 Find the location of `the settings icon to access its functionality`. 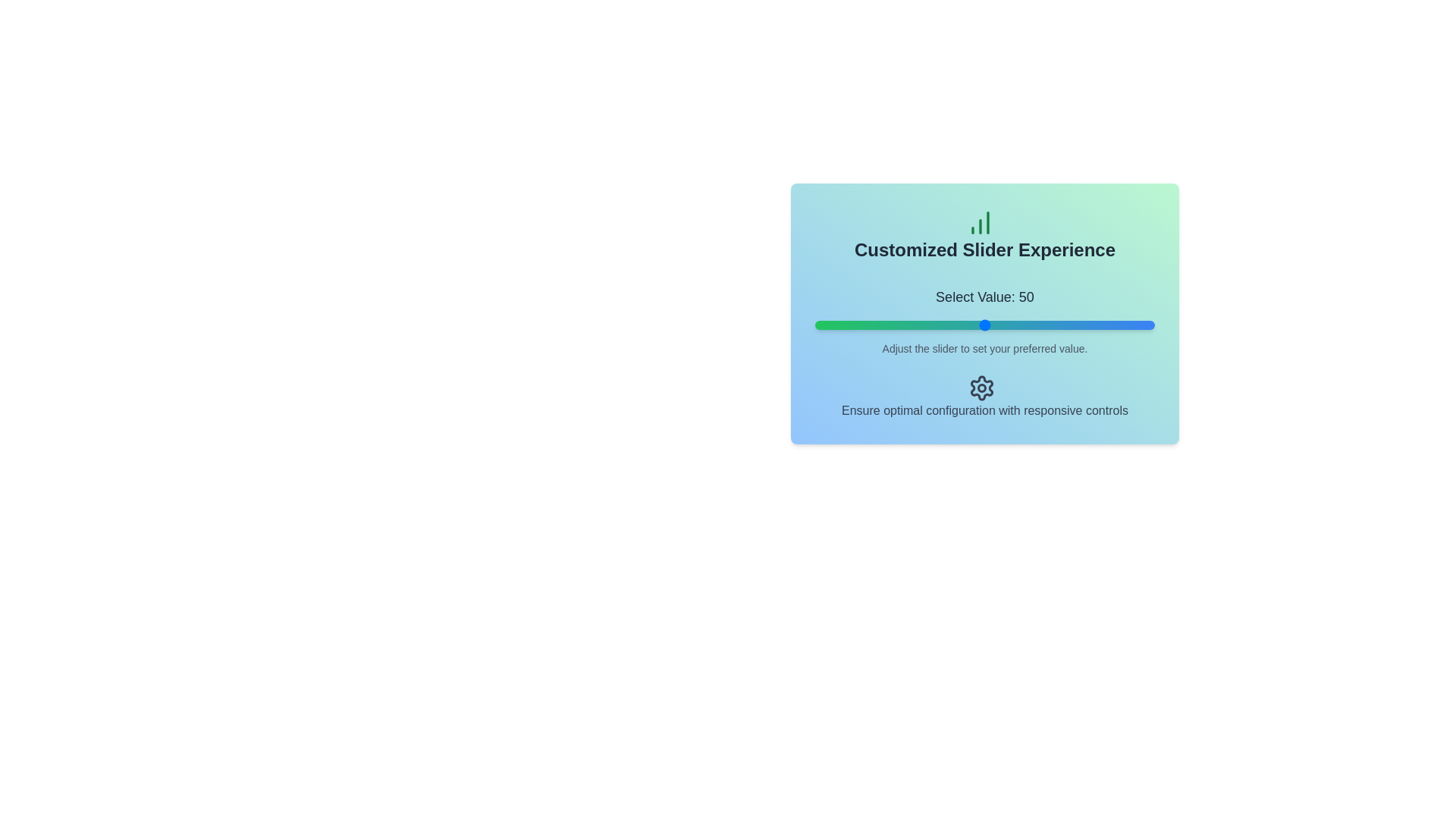

the settings icon to access its functionality is located at coordinates (982, 388).